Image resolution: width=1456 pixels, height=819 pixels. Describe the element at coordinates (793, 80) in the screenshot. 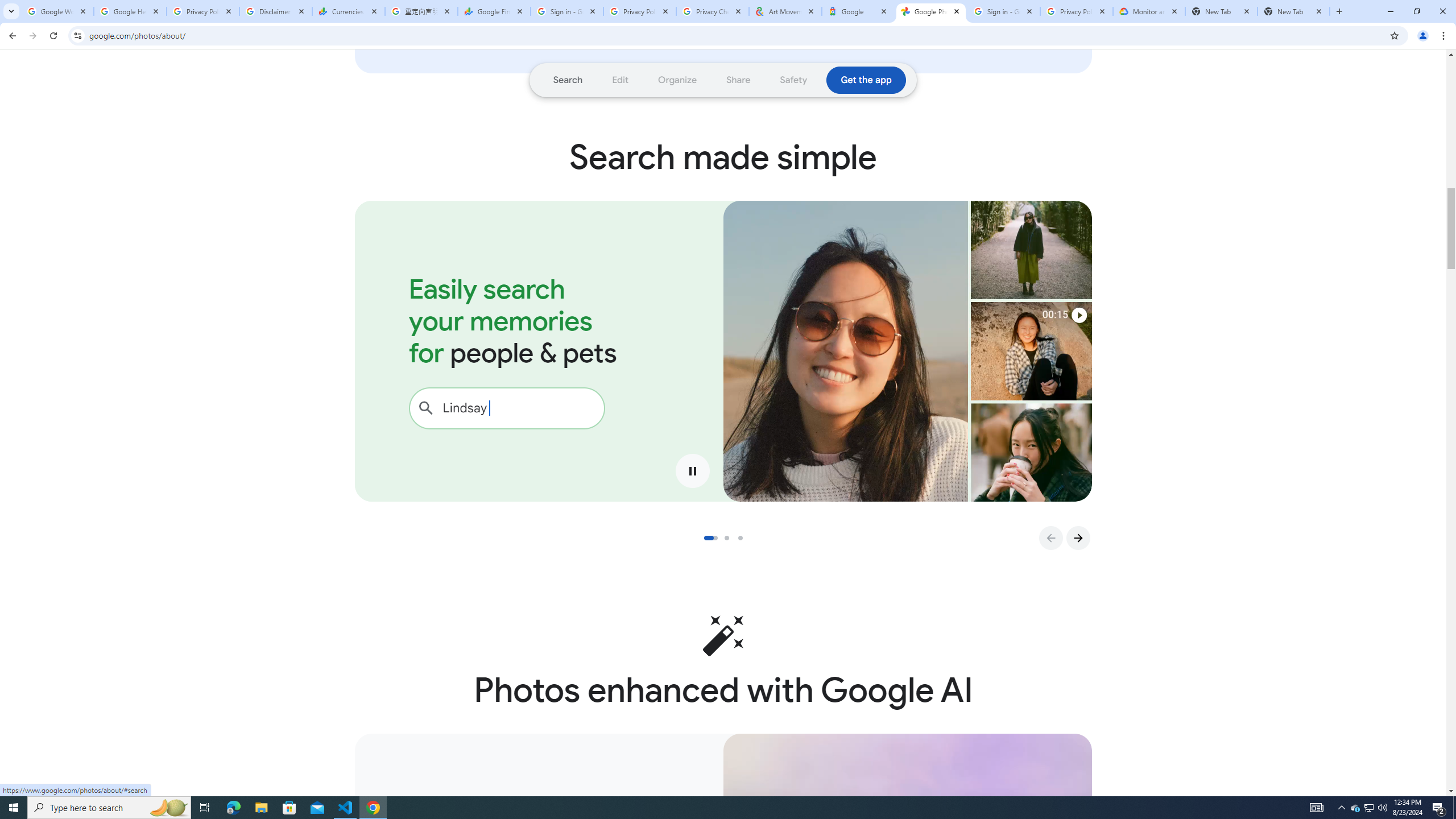

I see `'Go to section: Safety'` at that location.